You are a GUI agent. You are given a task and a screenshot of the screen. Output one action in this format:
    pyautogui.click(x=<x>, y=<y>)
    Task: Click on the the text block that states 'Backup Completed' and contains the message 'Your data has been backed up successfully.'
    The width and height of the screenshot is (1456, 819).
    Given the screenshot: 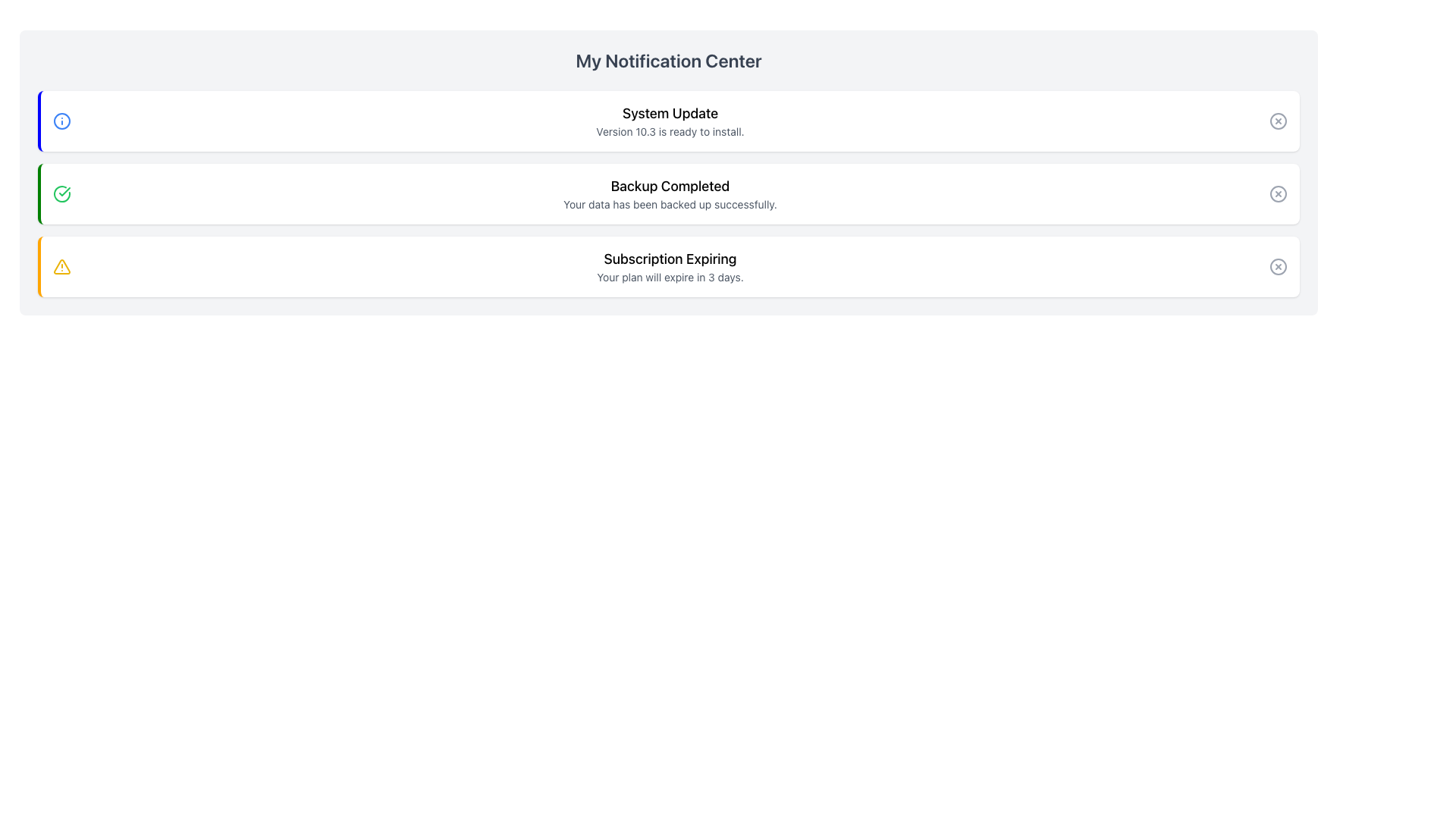 What is the action you would take?
    pyautogui.click(x=669, y=193)
    